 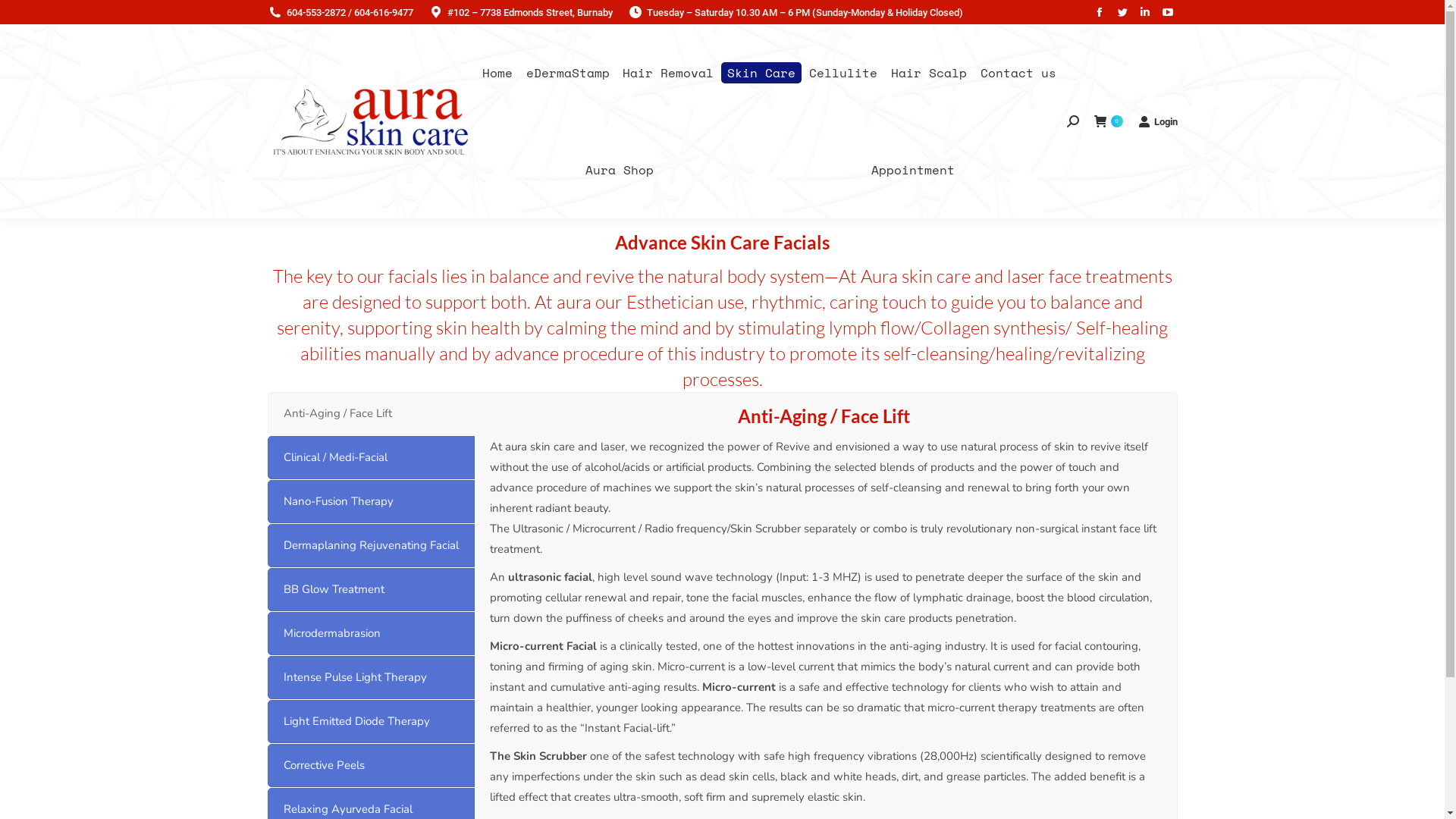 What do you see at coordinates (843, 73) in the screenshot?
I see `'Cellulite'` at bounding box center [843, 73].